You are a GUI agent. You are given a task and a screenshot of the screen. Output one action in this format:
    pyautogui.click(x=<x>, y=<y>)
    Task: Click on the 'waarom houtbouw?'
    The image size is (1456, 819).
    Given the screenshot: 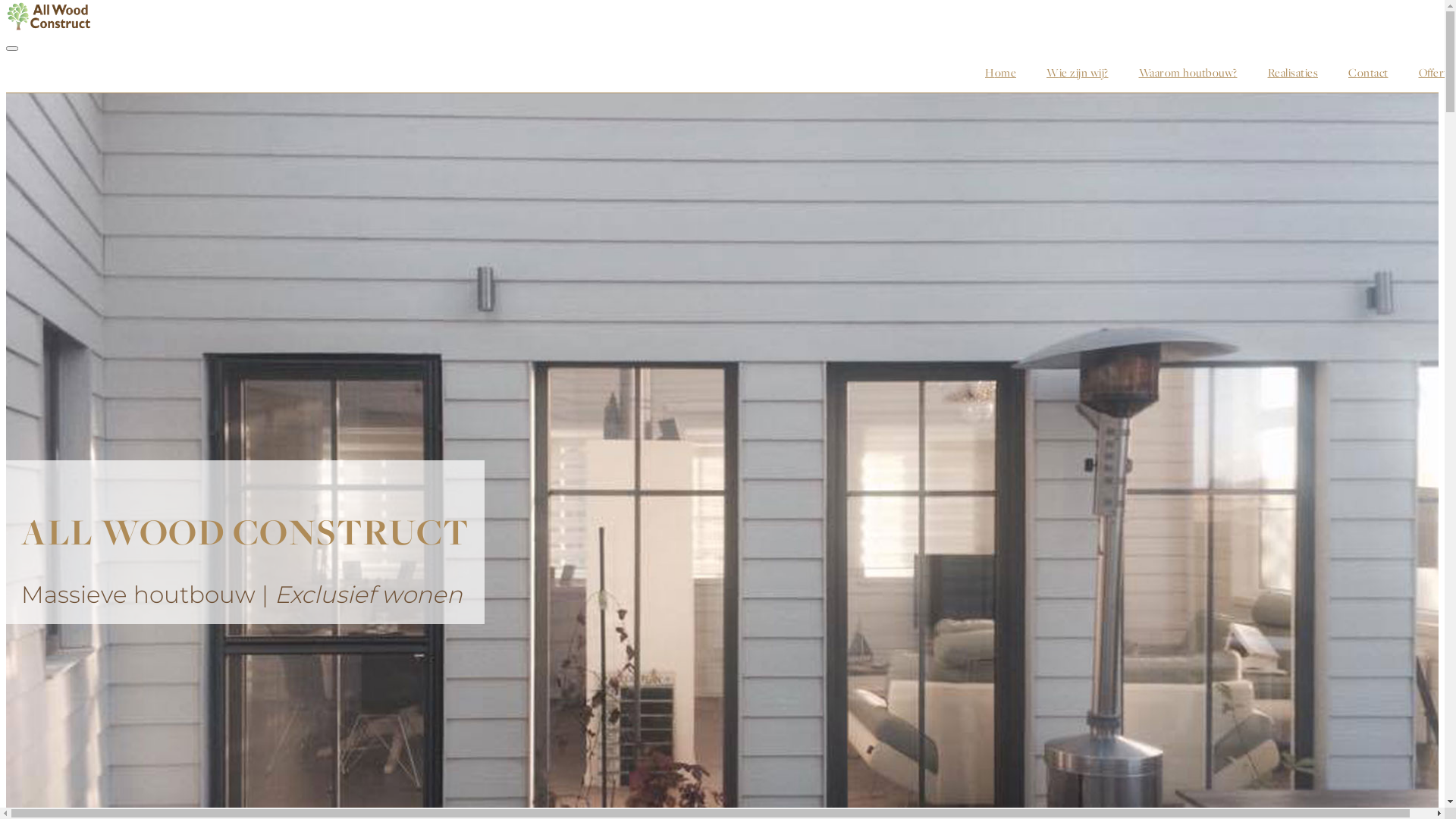 What is the action you would take?
    pyautogui.click(x=1187, y=72)
    